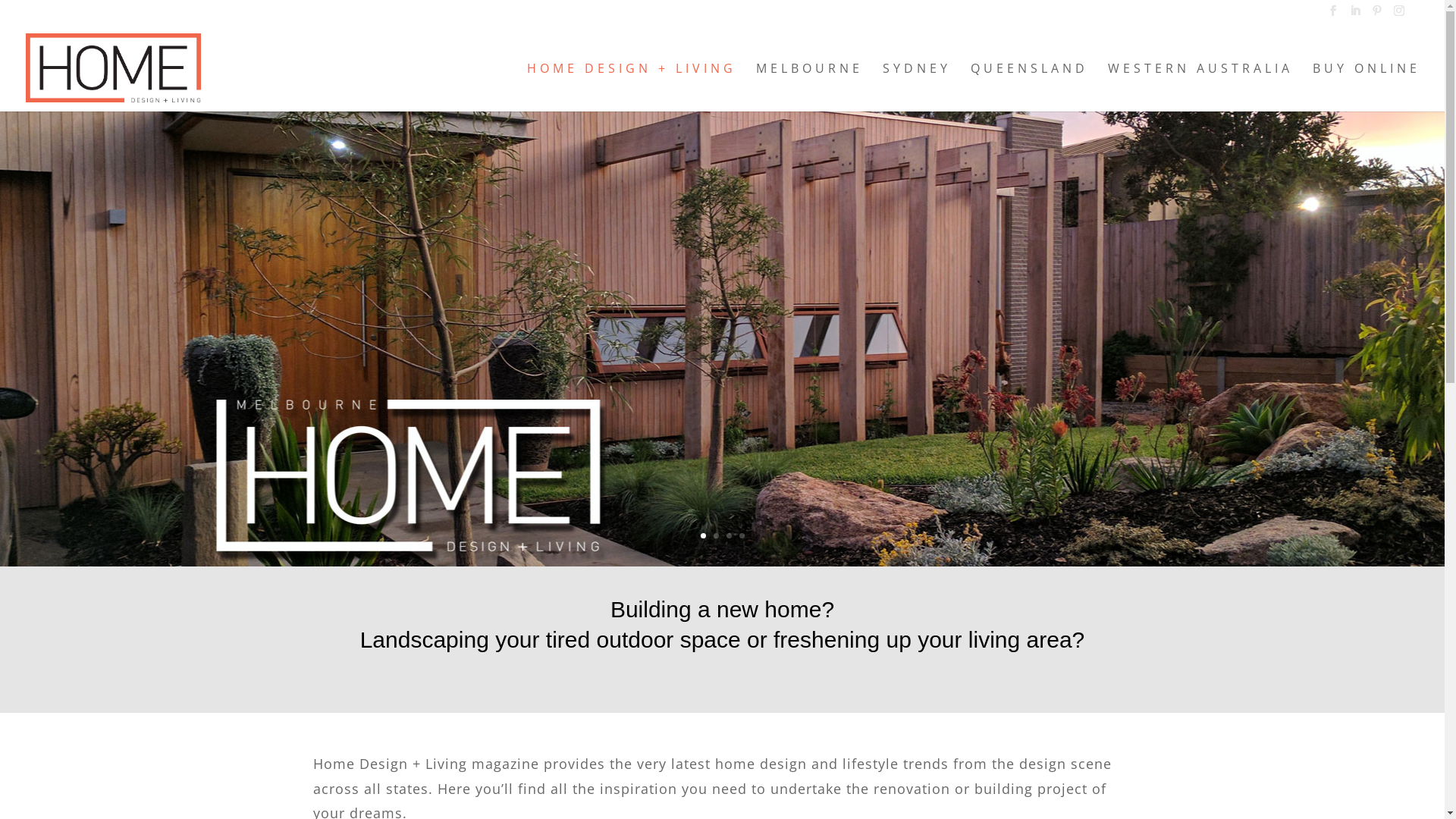 This screenshot has height=819, width=1456. I want to click on '3', so click(729, 535).